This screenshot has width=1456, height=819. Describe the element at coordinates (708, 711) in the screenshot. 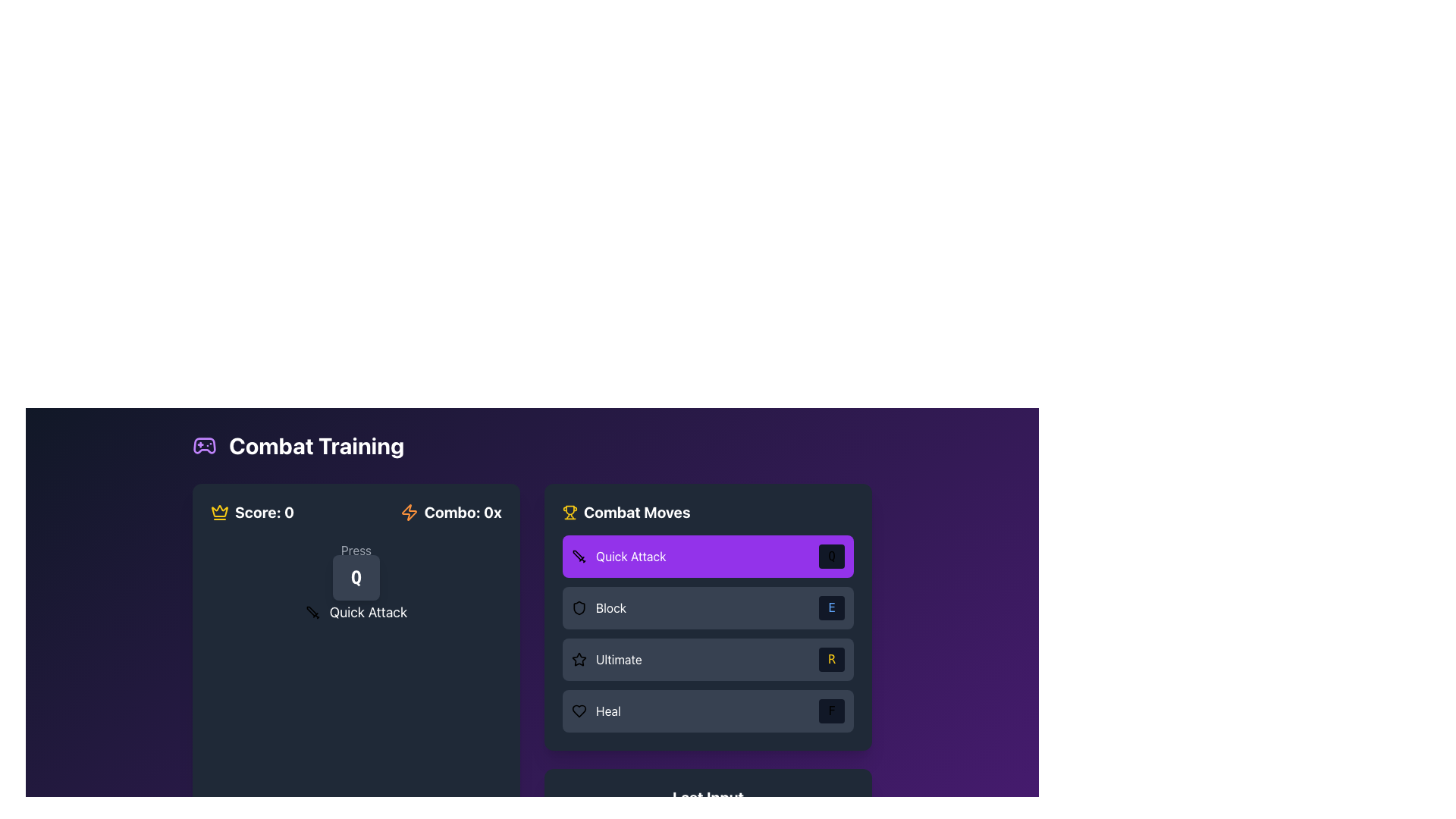

I see `the 'Heal' command option in the 'Combat Moves' section` at that location.